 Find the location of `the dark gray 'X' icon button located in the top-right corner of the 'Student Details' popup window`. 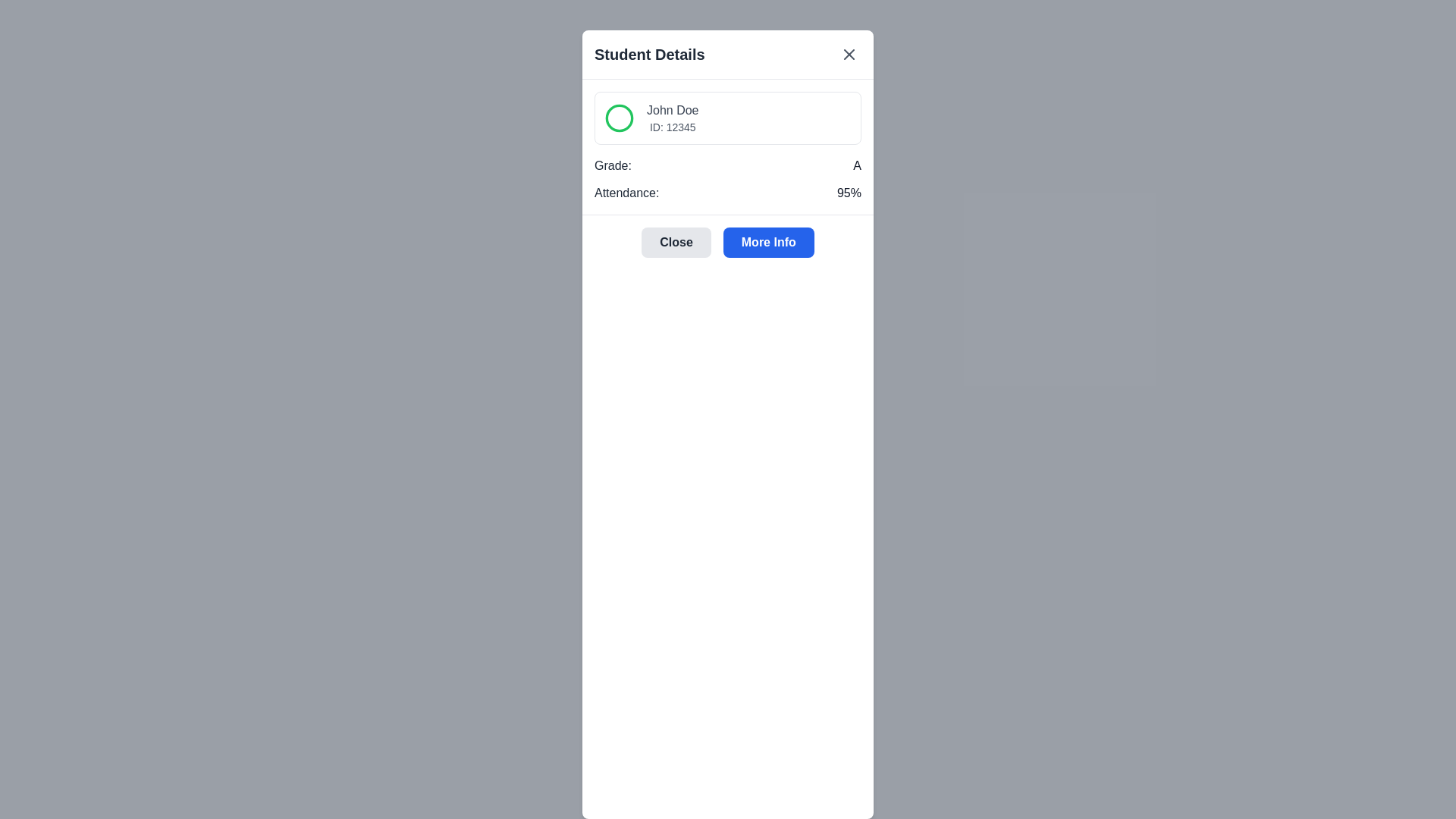

the dark gray 'X' icon button located in the top-right corner of the 'Student Details' popup window is located at coordinates (848, 54).